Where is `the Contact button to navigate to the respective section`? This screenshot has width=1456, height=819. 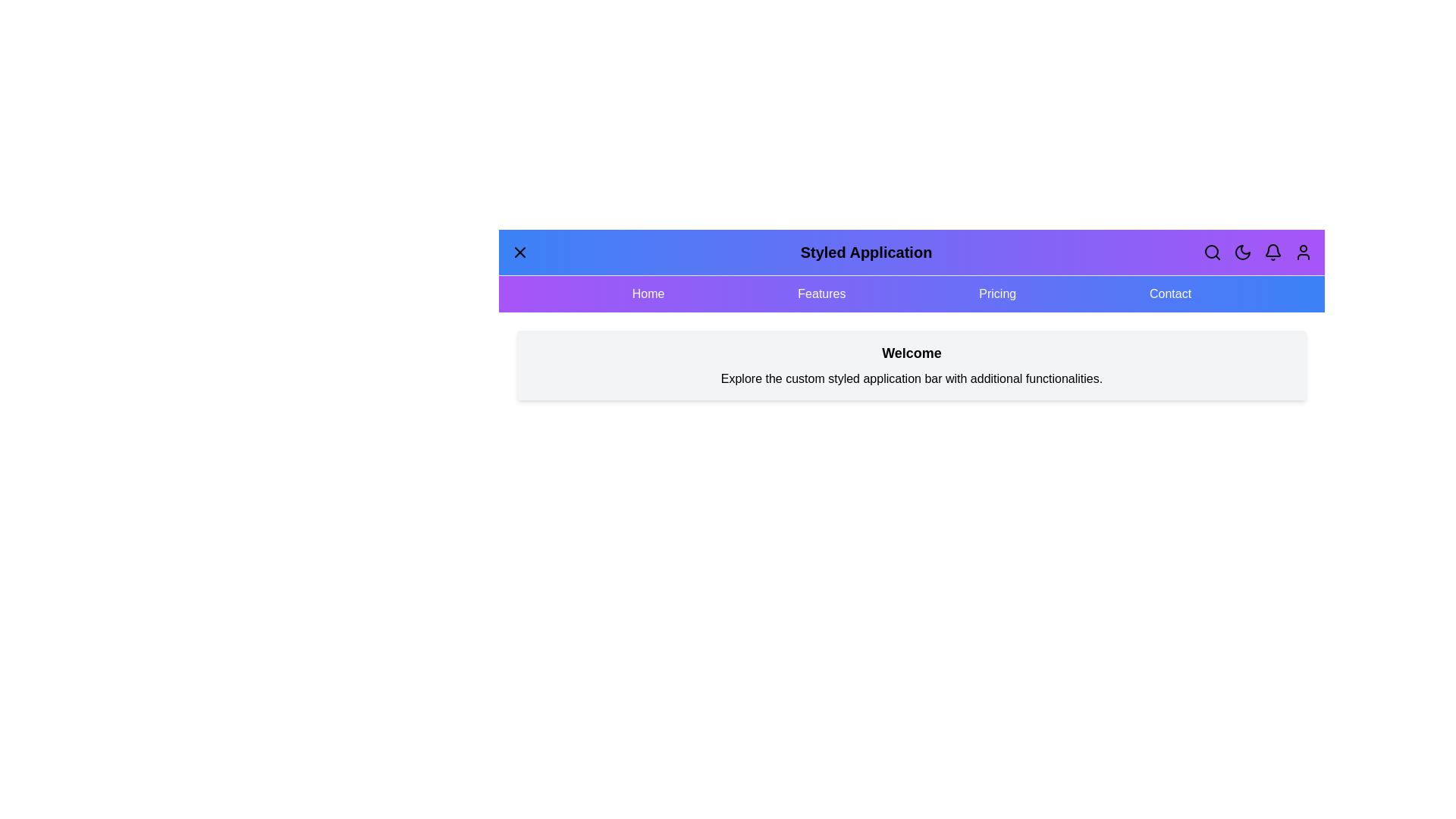
the Contact button to navigate to the respective section is located at coordinates (1169, 294).